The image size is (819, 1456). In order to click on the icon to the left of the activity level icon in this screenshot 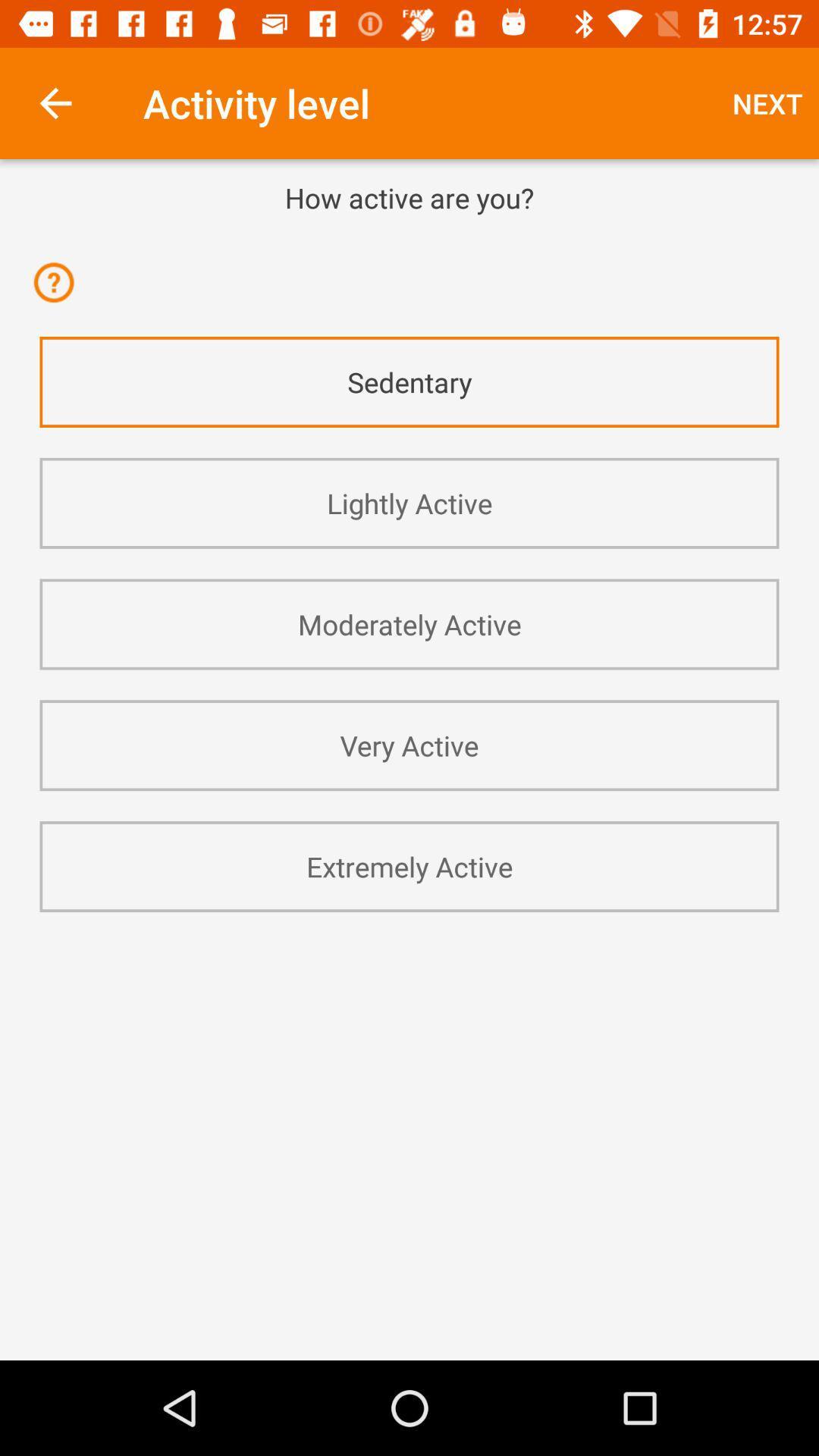, I will do `click(55, 102)`.